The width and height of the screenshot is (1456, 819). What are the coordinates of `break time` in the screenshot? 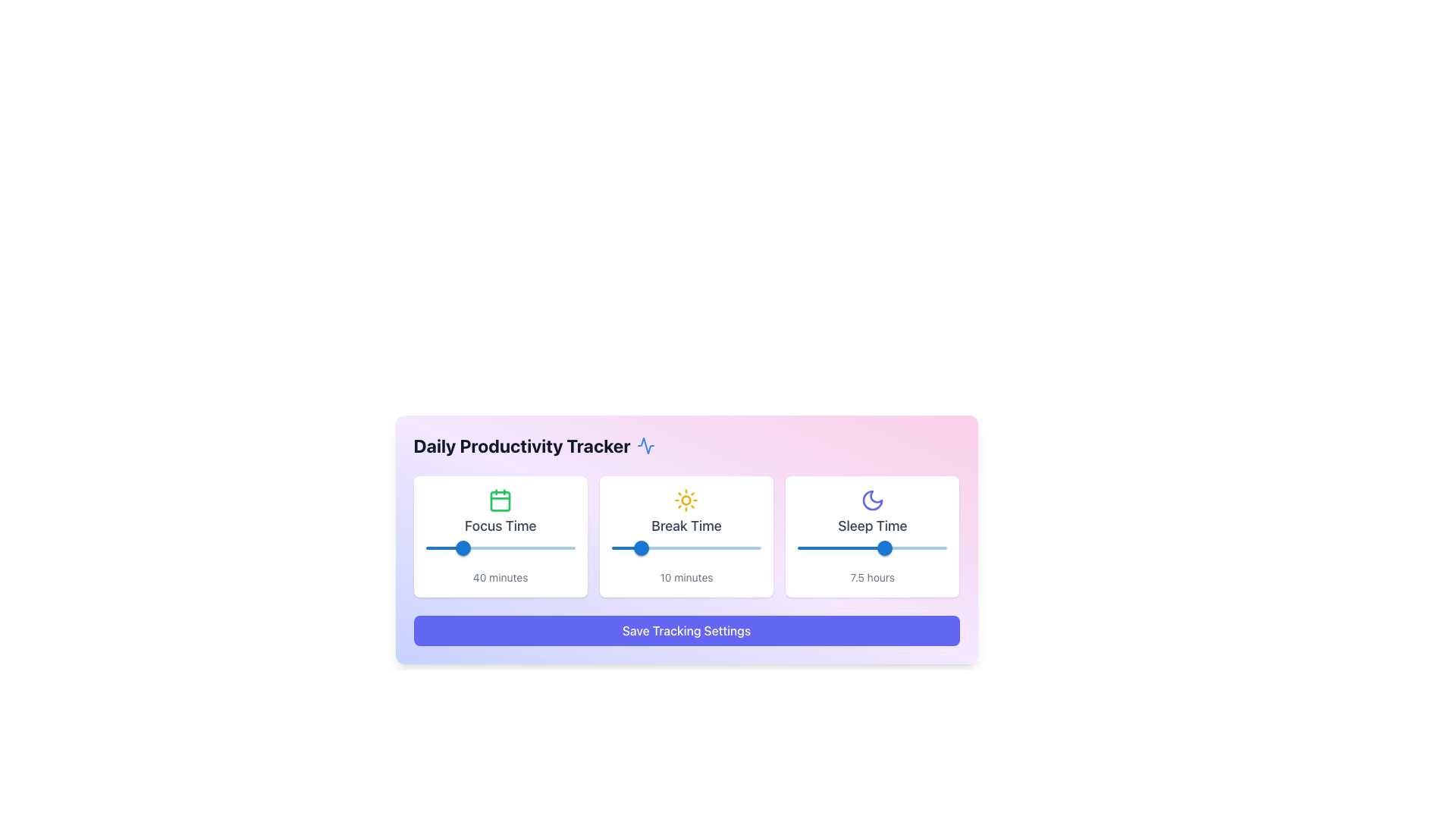 It's located at (640, 548).